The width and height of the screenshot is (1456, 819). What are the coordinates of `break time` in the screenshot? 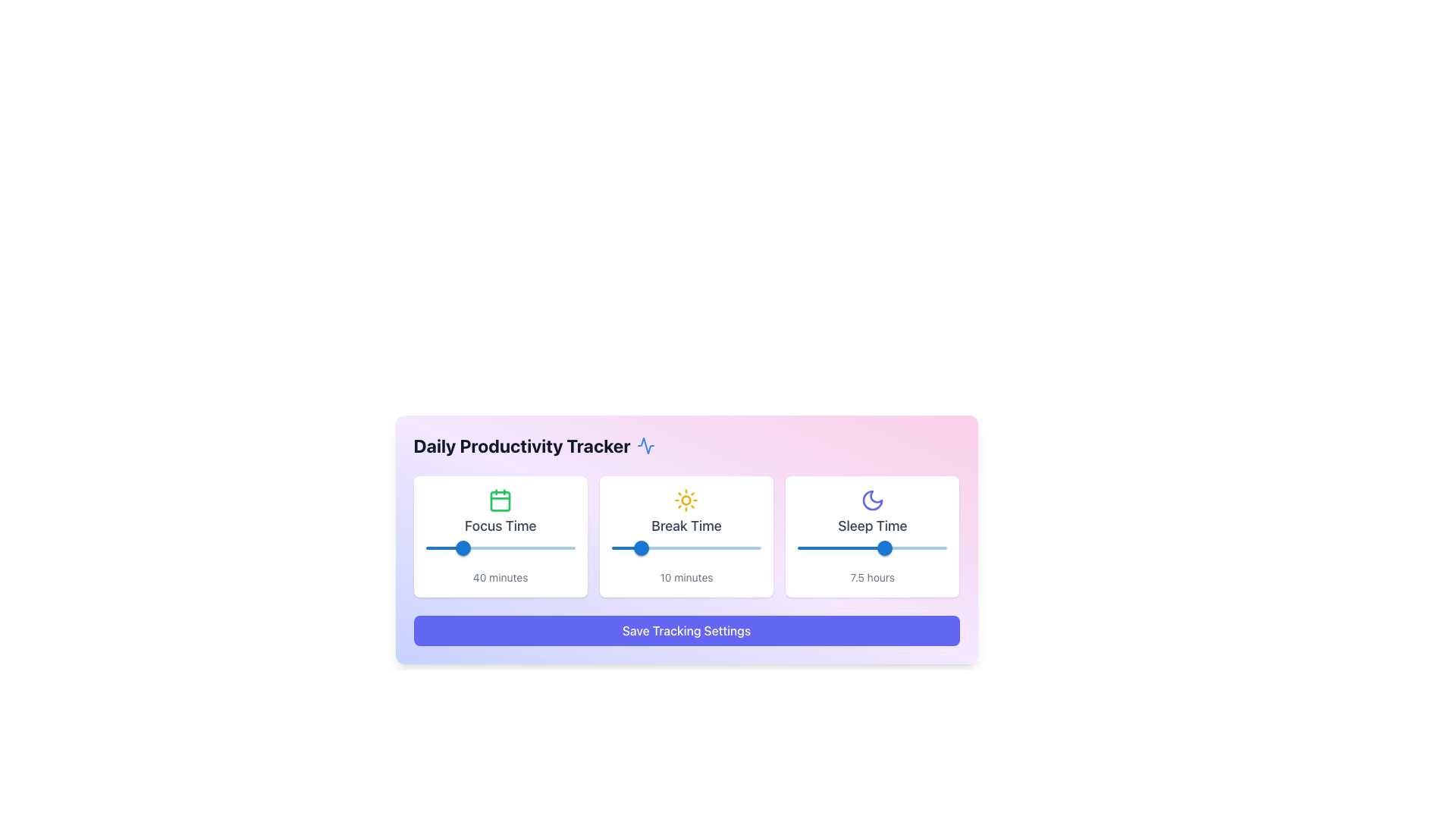 It's located at (640, 548).